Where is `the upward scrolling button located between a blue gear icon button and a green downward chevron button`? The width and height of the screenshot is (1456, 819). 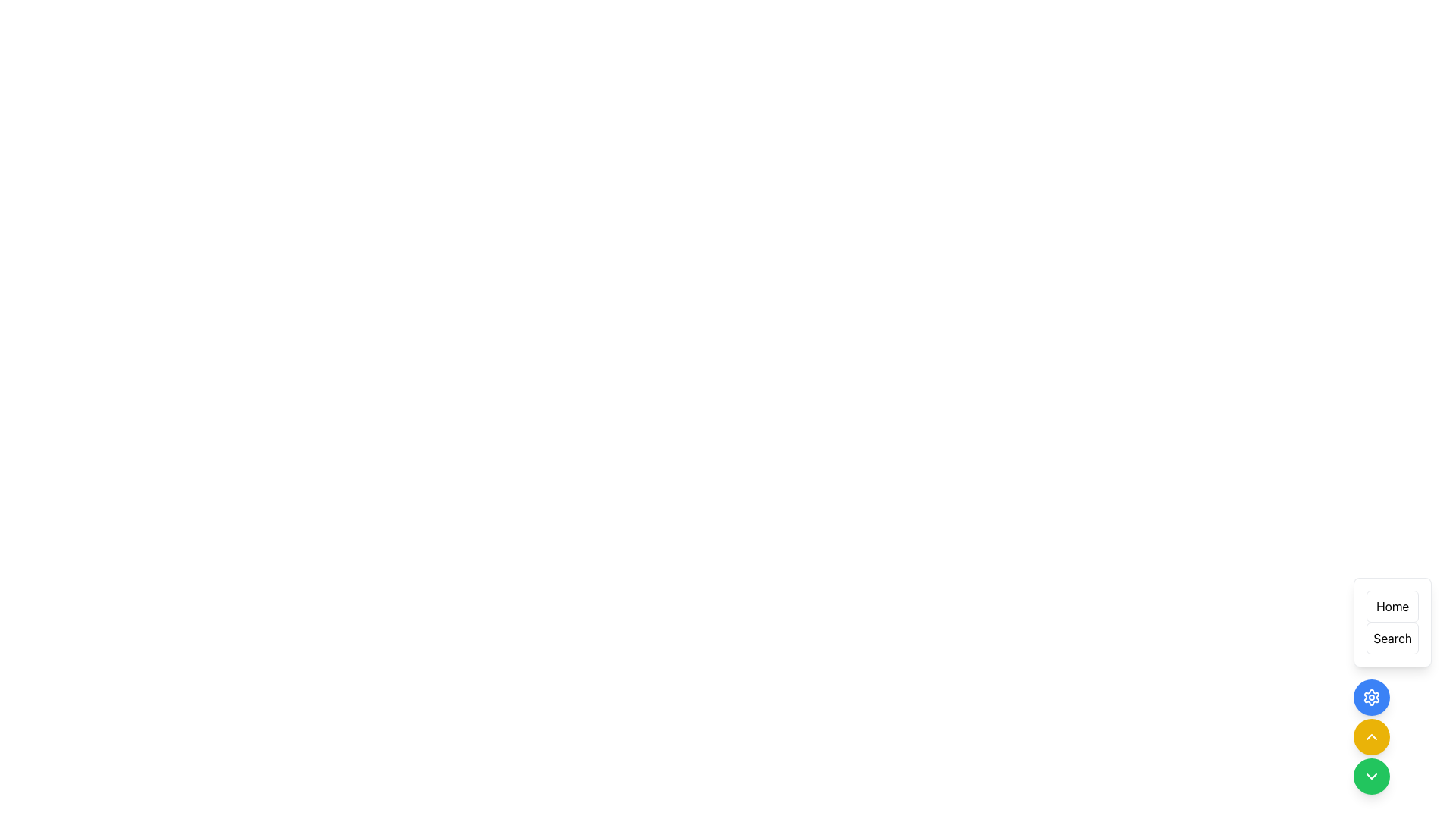 the upward scrolling button located between a blue gear icon button and a green downward chevron button is located at coordinates (1372, 736).